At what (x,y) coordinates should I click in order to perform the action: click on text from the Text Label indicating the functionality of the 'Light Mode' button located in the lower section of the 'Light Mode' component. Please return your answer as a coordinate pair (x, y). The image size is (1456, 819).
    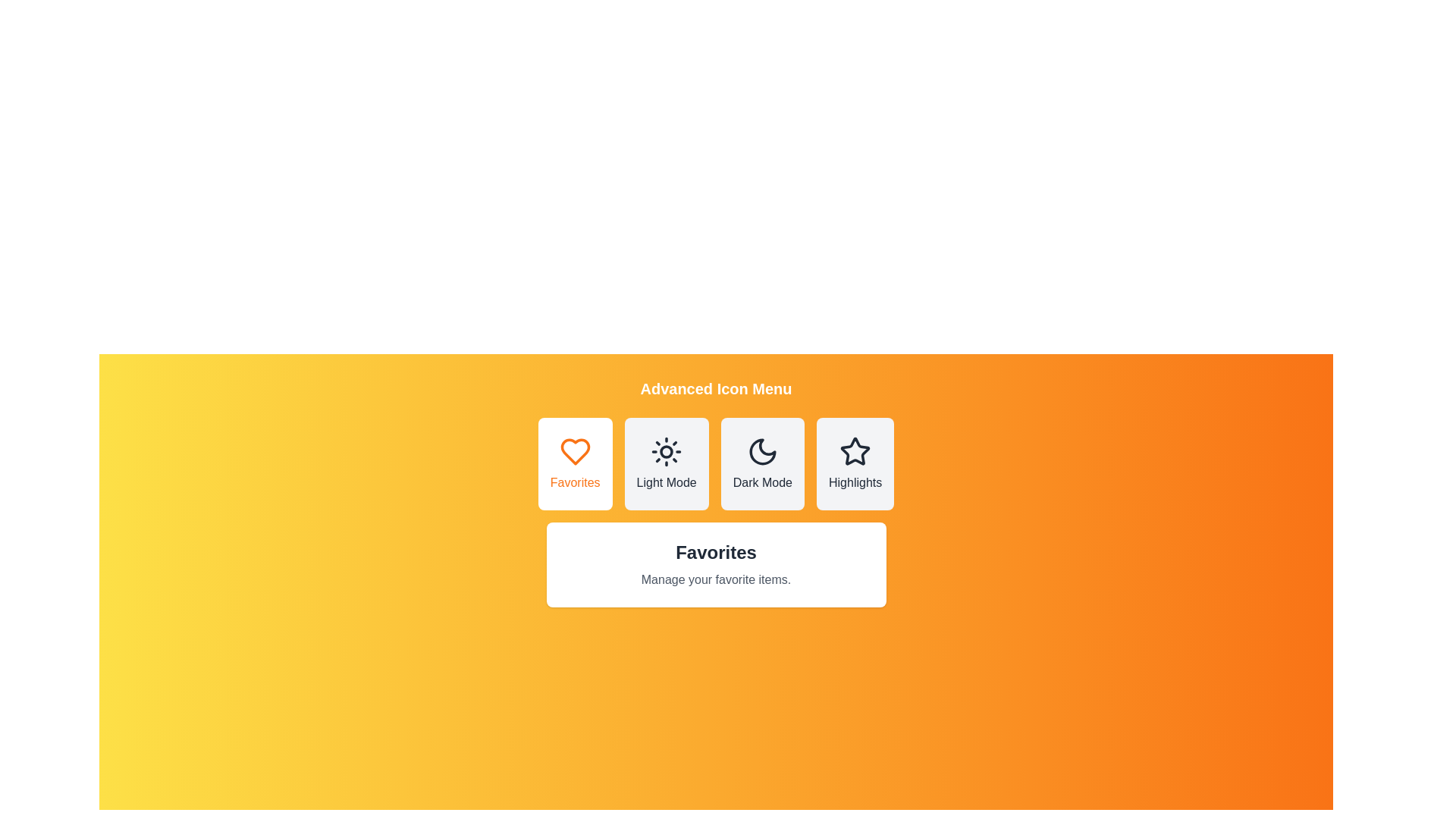
    Looking at the image, I should click on (667, 482).